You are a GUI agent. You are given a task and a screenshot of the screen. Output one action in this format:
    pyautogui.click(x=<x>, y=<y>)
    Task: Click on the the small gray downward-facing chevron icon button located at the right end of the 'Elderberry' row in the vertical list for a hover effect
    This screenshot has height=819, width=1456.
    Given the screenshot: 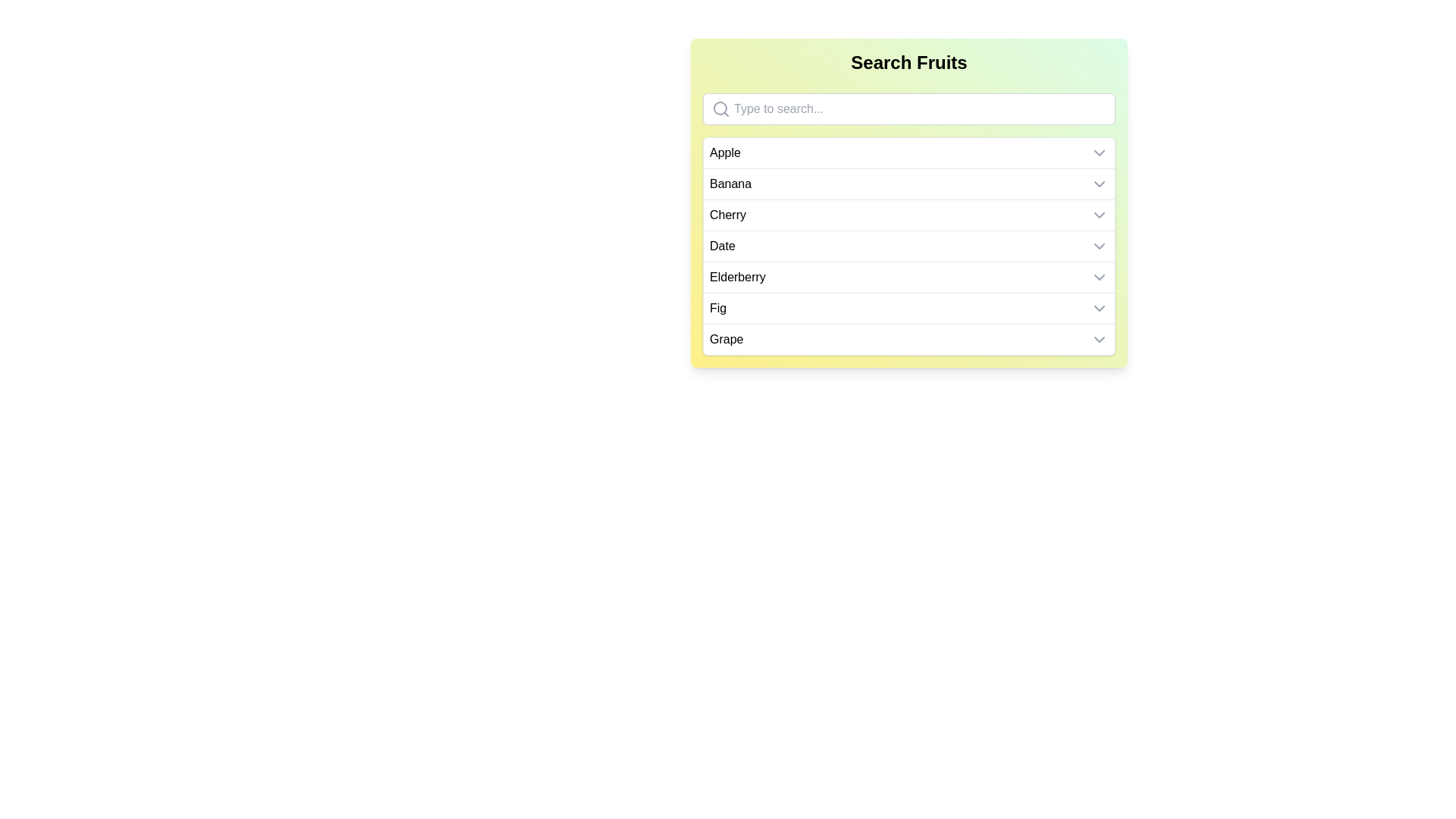 What is the action you would take?
    pyautogui.click(x=1099, y=278)
    